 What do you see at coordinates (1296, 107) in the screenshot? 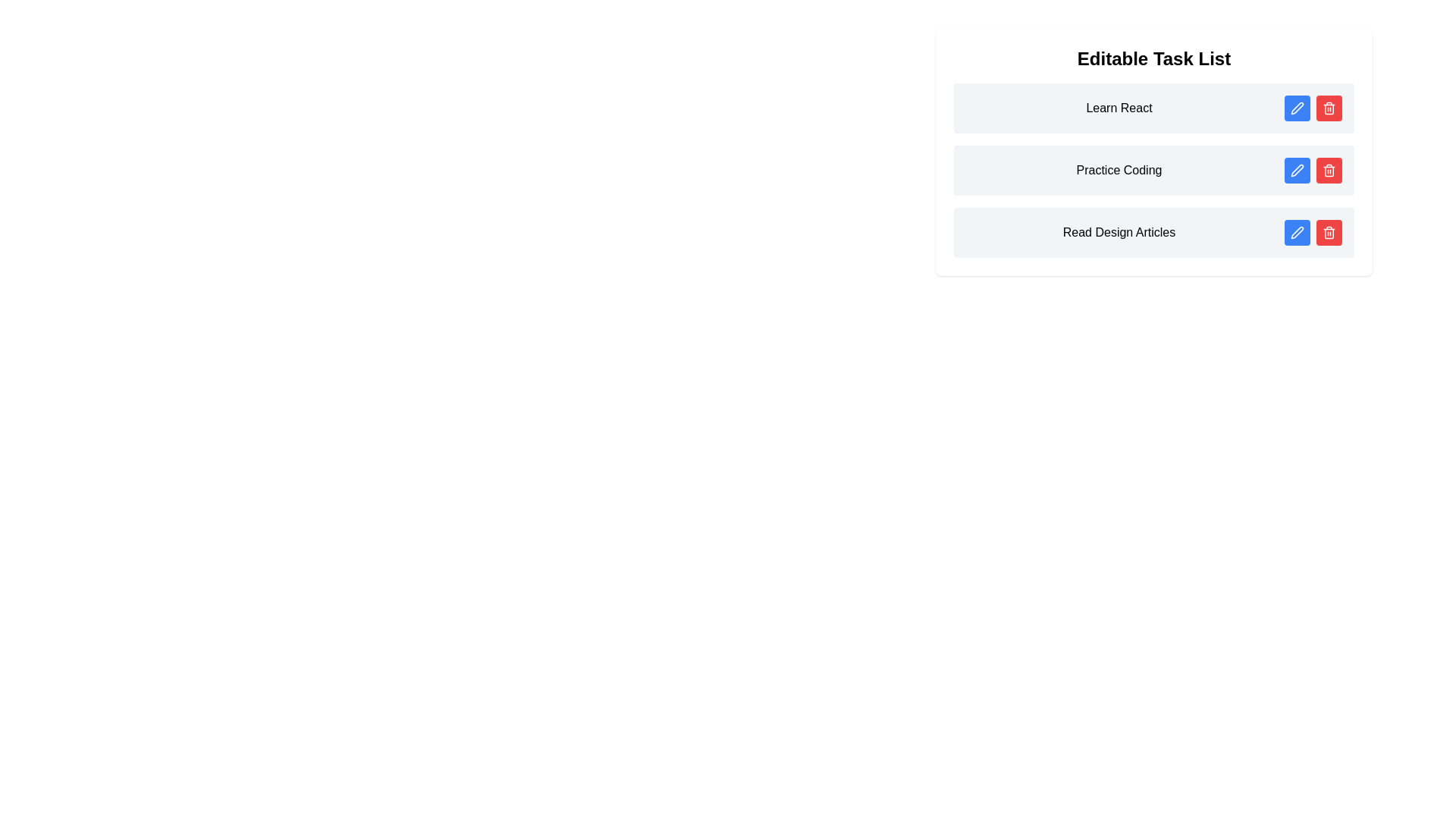
I see `the small blue rounded rectangular button with a white pen icon located in the topmost task row of the task list interface, positioned to the right of the 'Learn React' label and to the left of a red delete button to change its styling` at bounding box center [1296, 107].